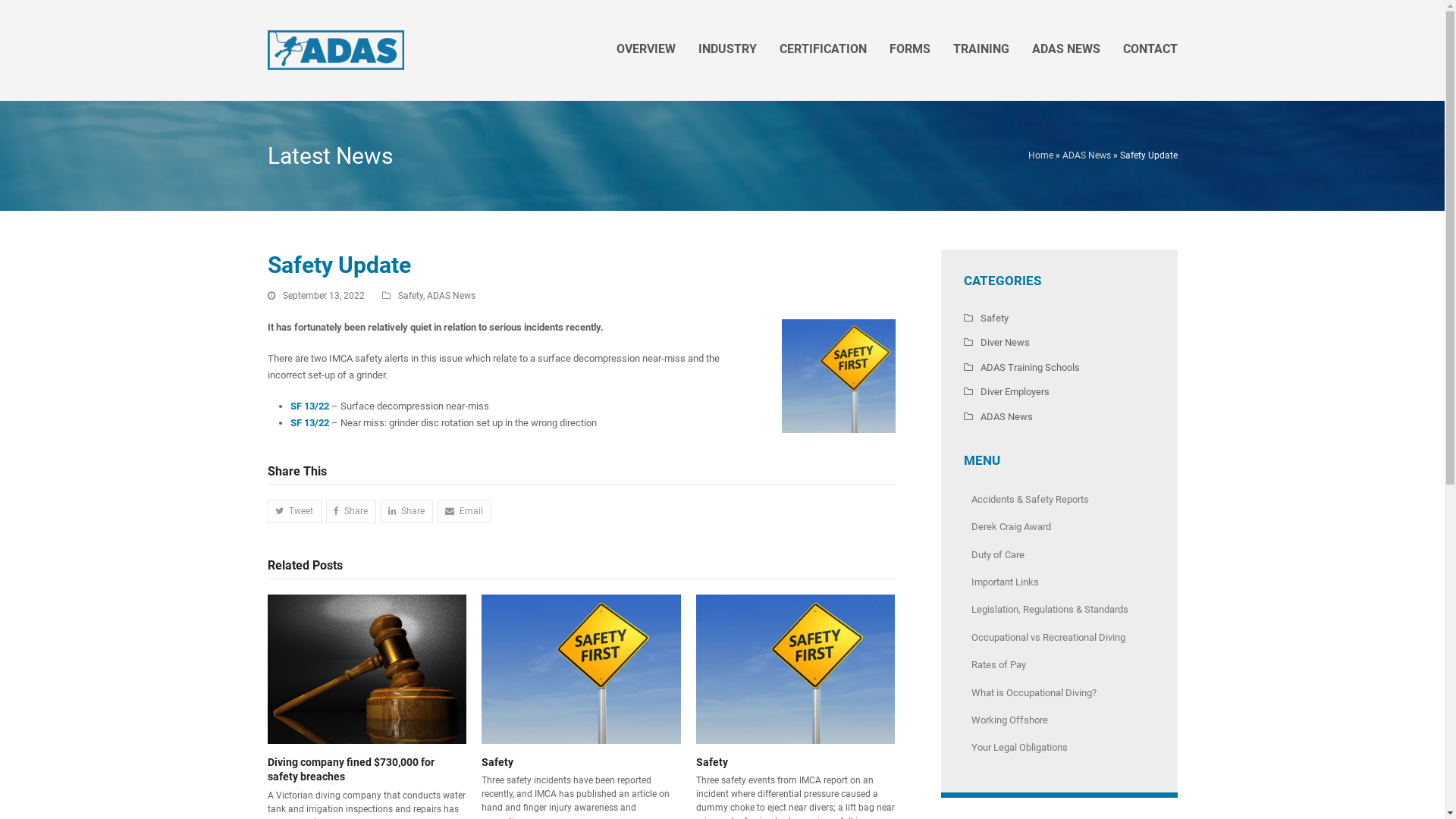  I want to click on 'Safety', so click(409, 295).